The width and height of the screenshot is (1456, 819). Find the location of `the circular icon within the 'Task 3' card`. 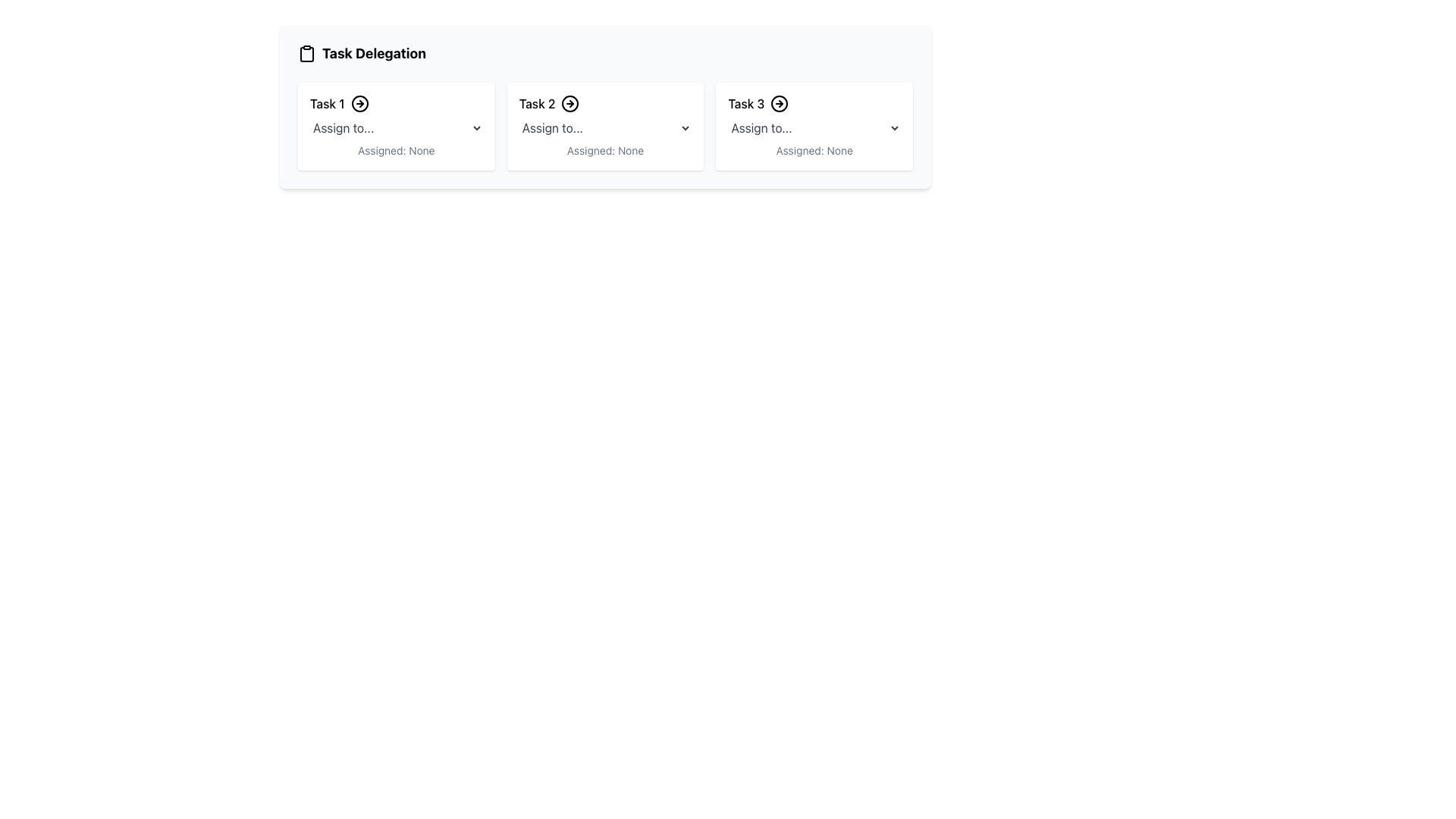

the circular icon within the 'Task 3' card is located at coordinates (780, 103).